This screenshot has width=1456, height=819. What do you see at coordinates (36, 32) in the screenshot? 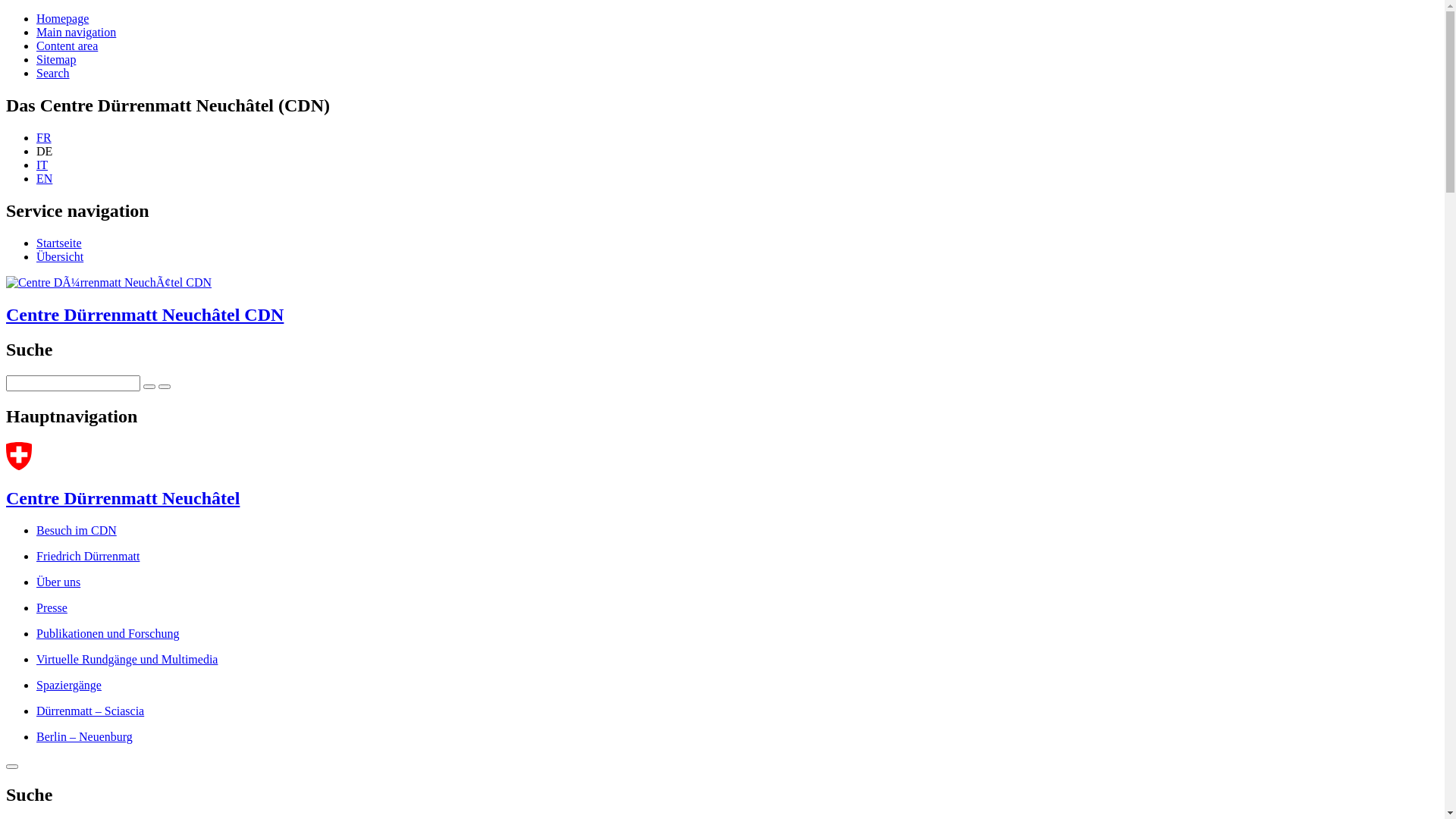
I see `'Main navigation'` at bounding box center [36, 32].